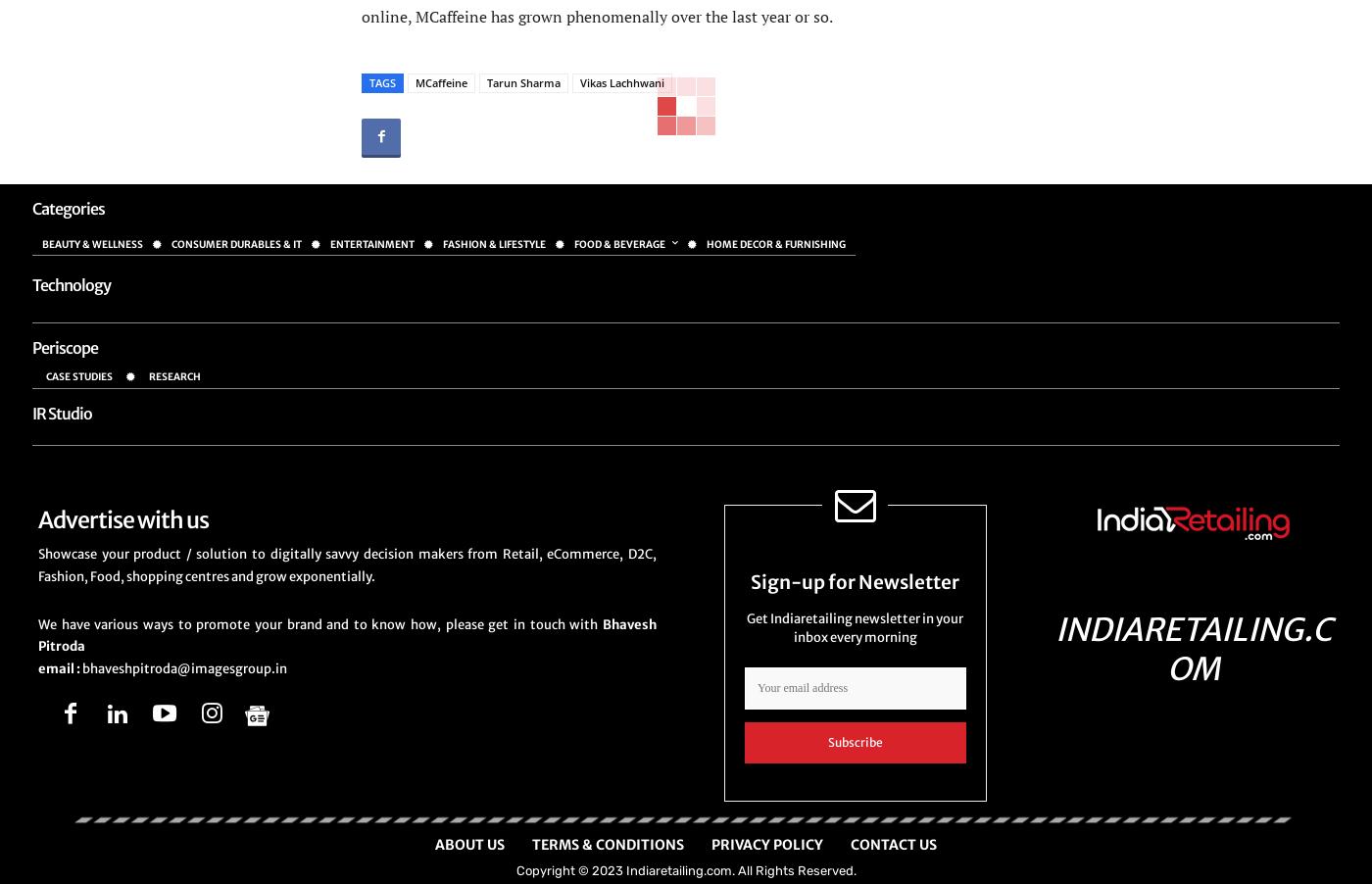 This screenshot has height=884, width=1372. What do you see at coordinates (84, 310) in the screenshot?
I see `'No menu items!'` at bounding box center [84, 310].